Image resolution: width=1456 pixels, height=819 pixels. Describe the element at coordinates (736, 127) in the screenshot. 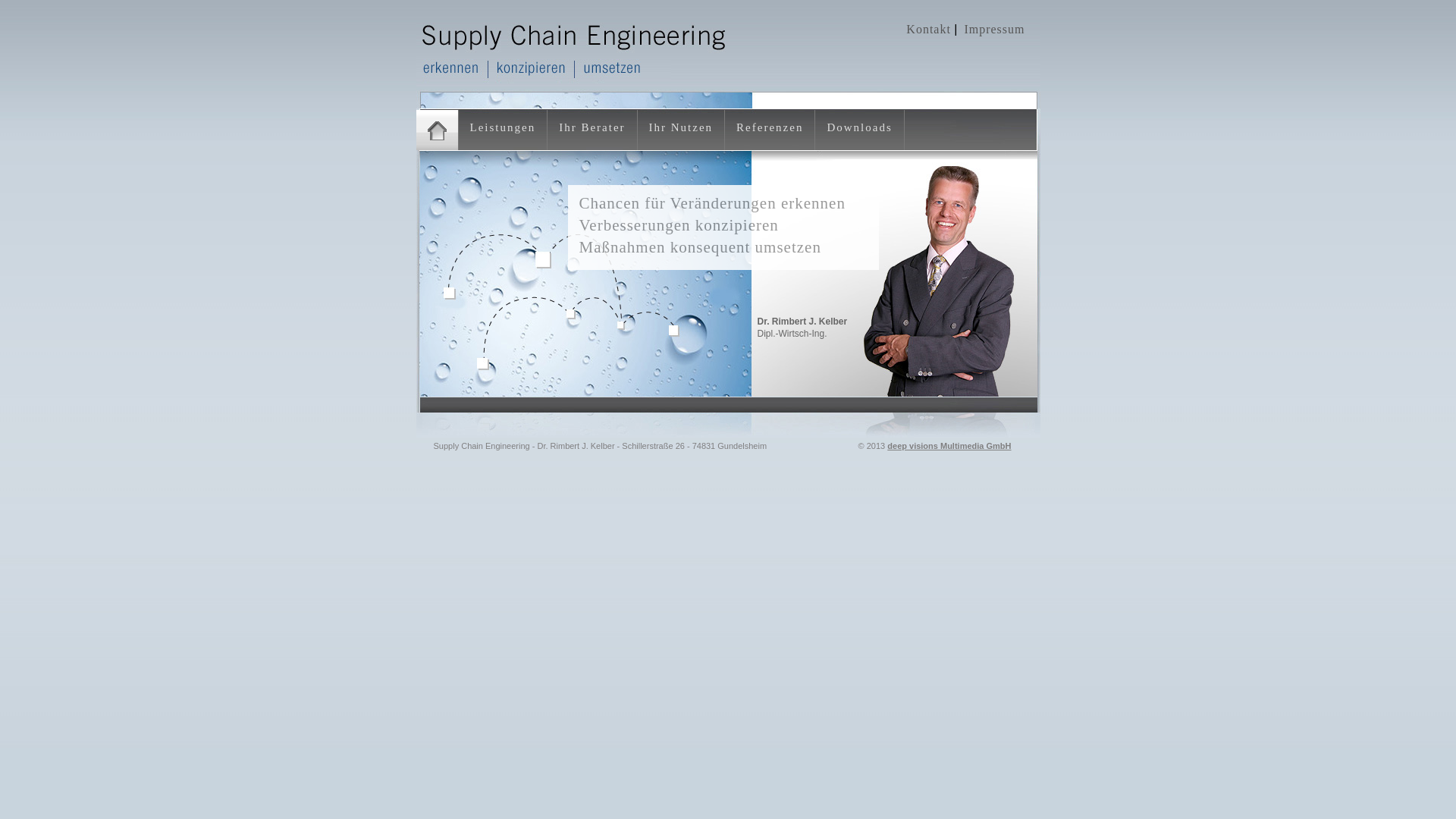

I see `'Referenzen'` at that location.